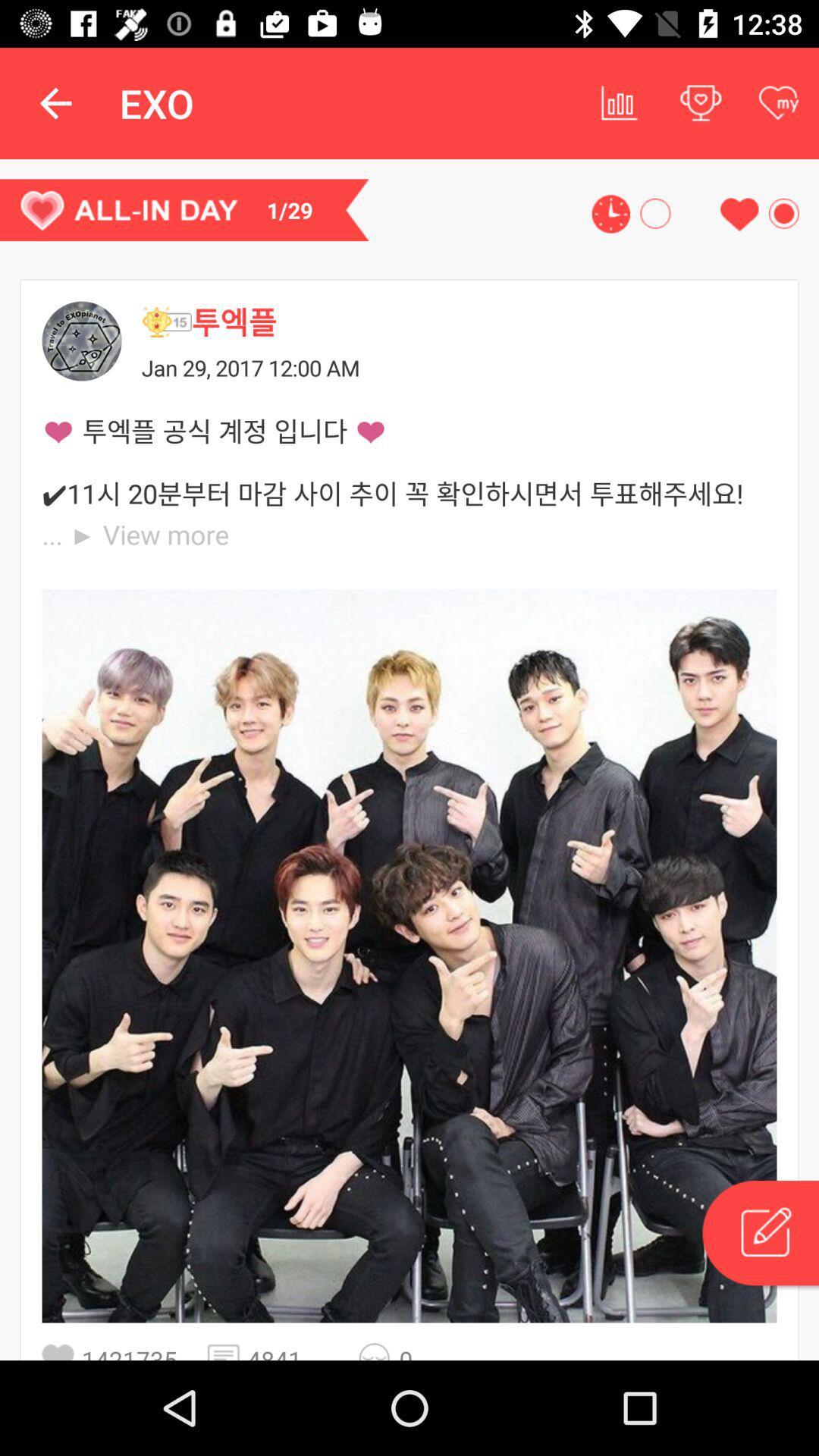  What do you see at coordinates (227, 1351) in the screenshot?
I see `icon to the right of 1421735 item` at bounding box center [227, 1351].